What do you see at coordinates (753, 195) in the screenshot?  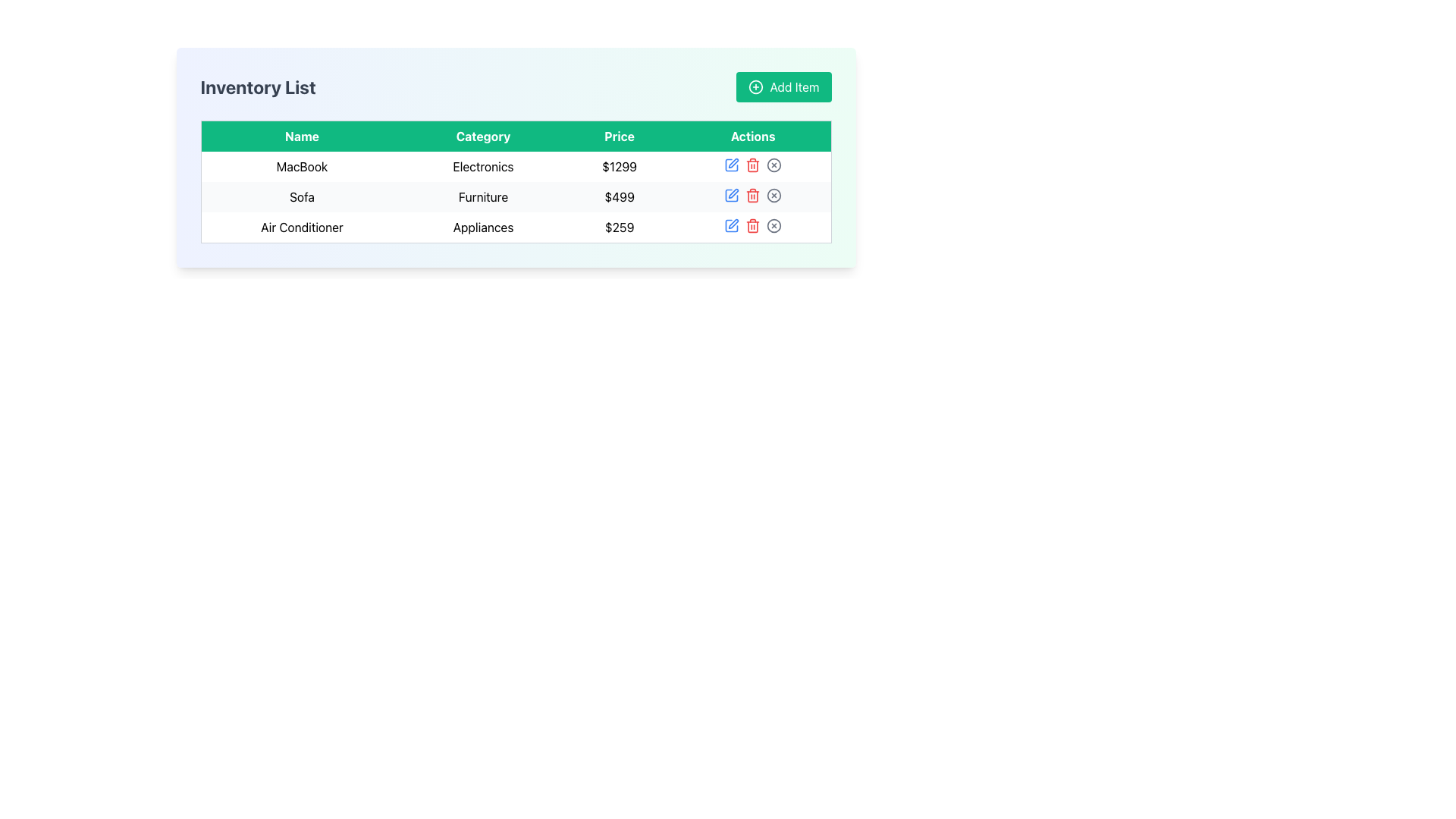 I see `the group of interactive icons in the 'Actions' section of the second row labelled 'Furniture' in the table` at bounding box center [753, 195].